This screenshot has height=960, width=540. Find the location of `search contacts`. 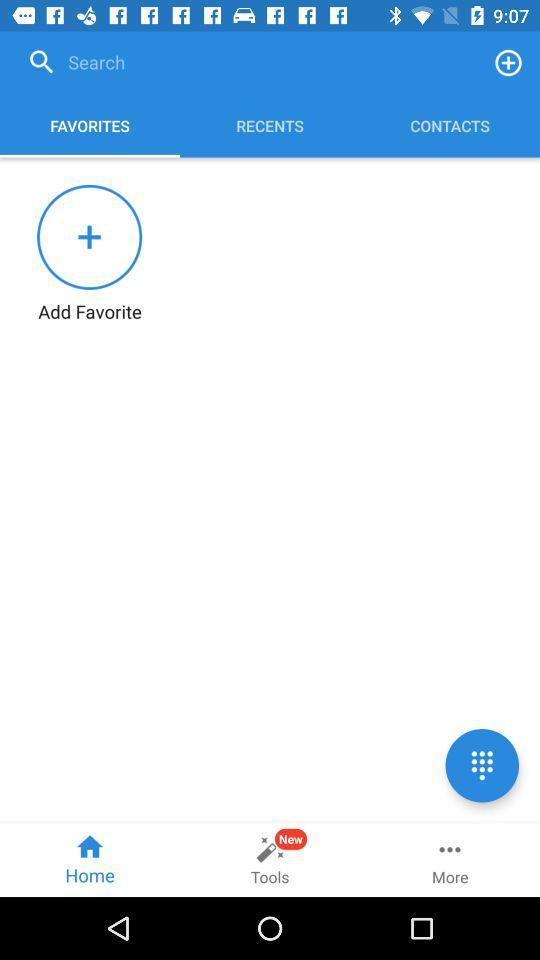

search contacts is located at coordinates (248, 62).